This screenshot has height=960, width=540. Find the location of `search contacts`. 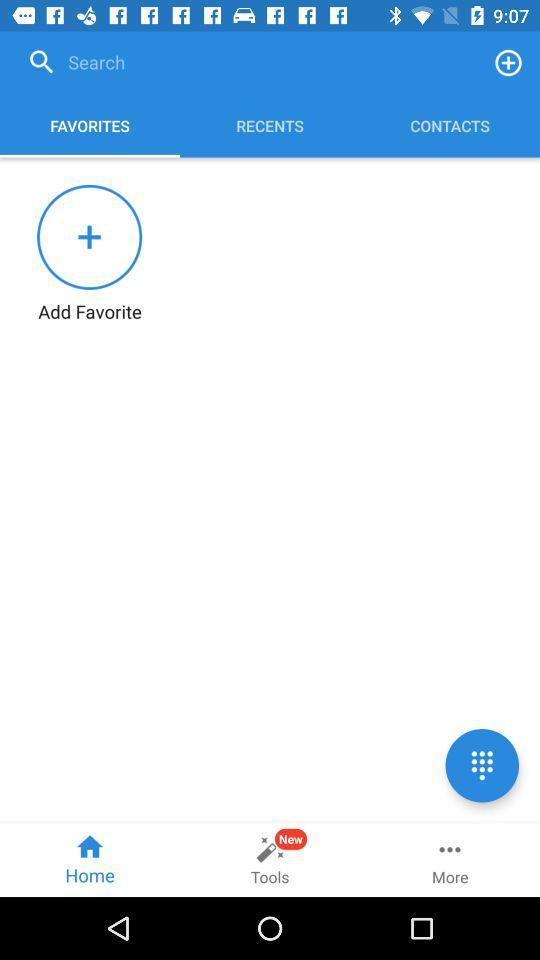

search contacts is located at coordinates (248, 62).